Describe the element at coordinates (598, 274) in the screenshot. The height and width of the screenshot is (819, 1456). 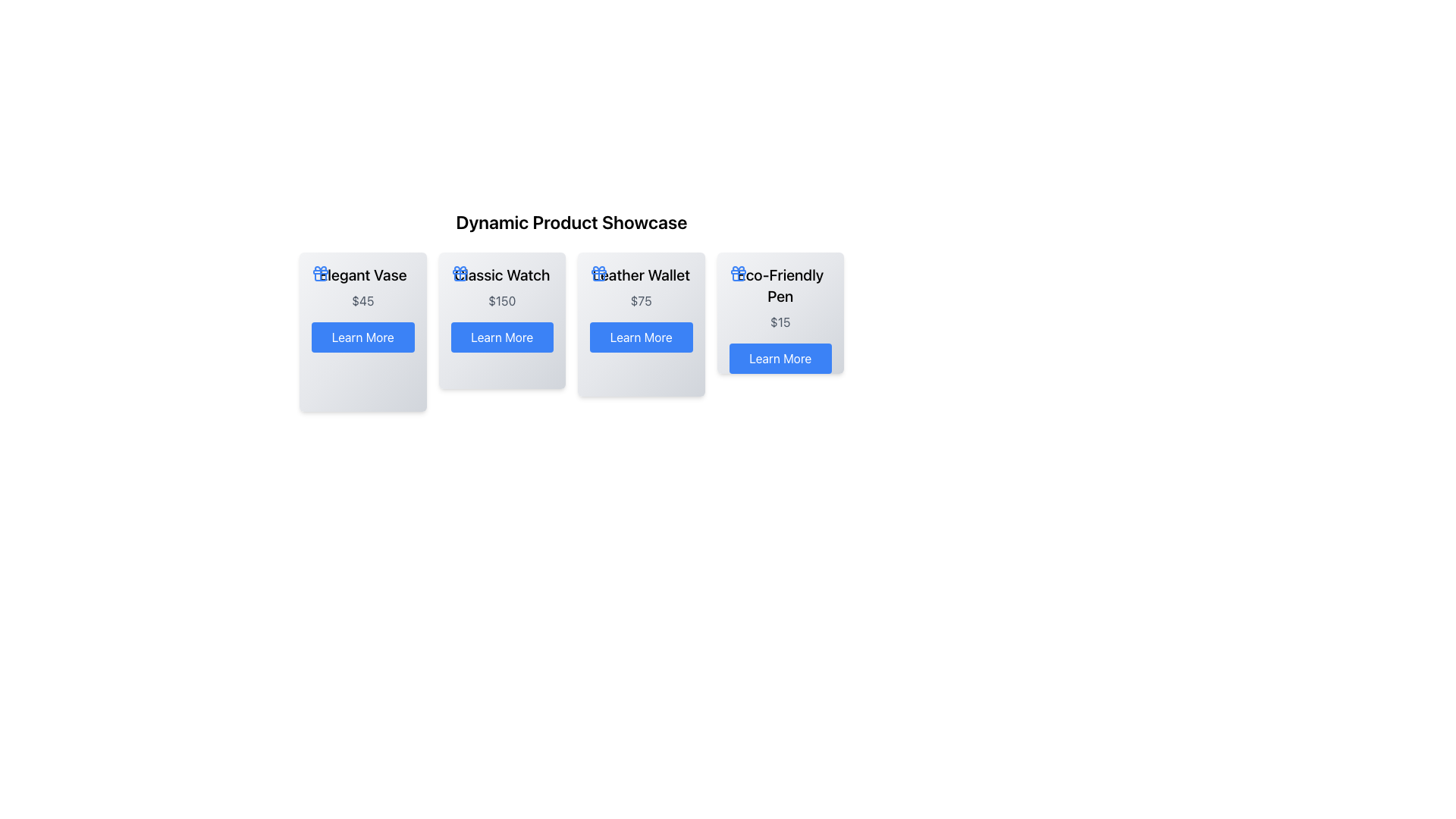
I see `the blue outlined gift icon with rounded corners, positioned at the top-left corner of the 'Leather Wallet' product card, above the text 'Leather Wallet'` at that location.